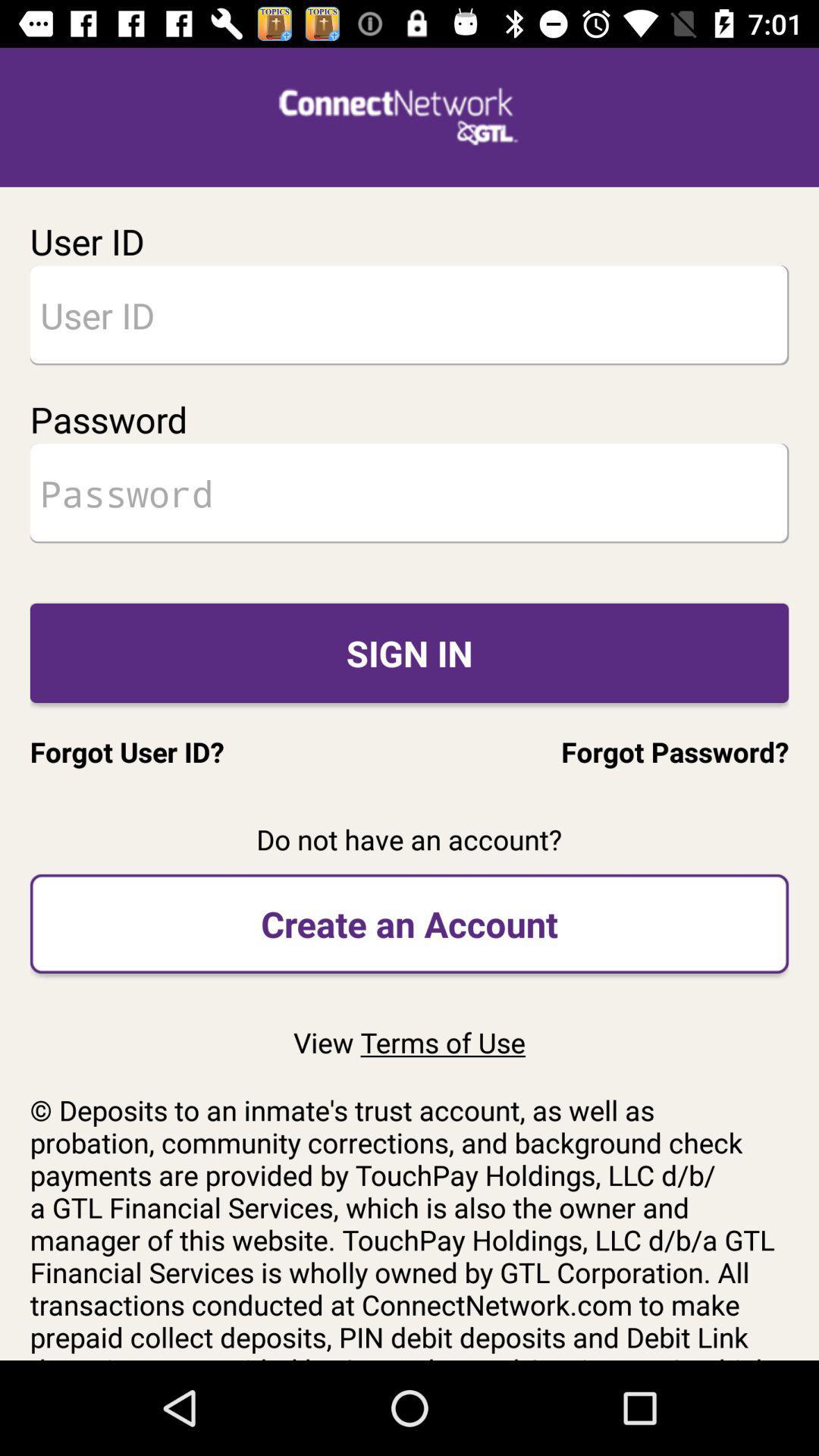 The image size is (819, 1456). Describe the element at coordinates (409, 314) in the screenshot. I see `your user id` at that location.